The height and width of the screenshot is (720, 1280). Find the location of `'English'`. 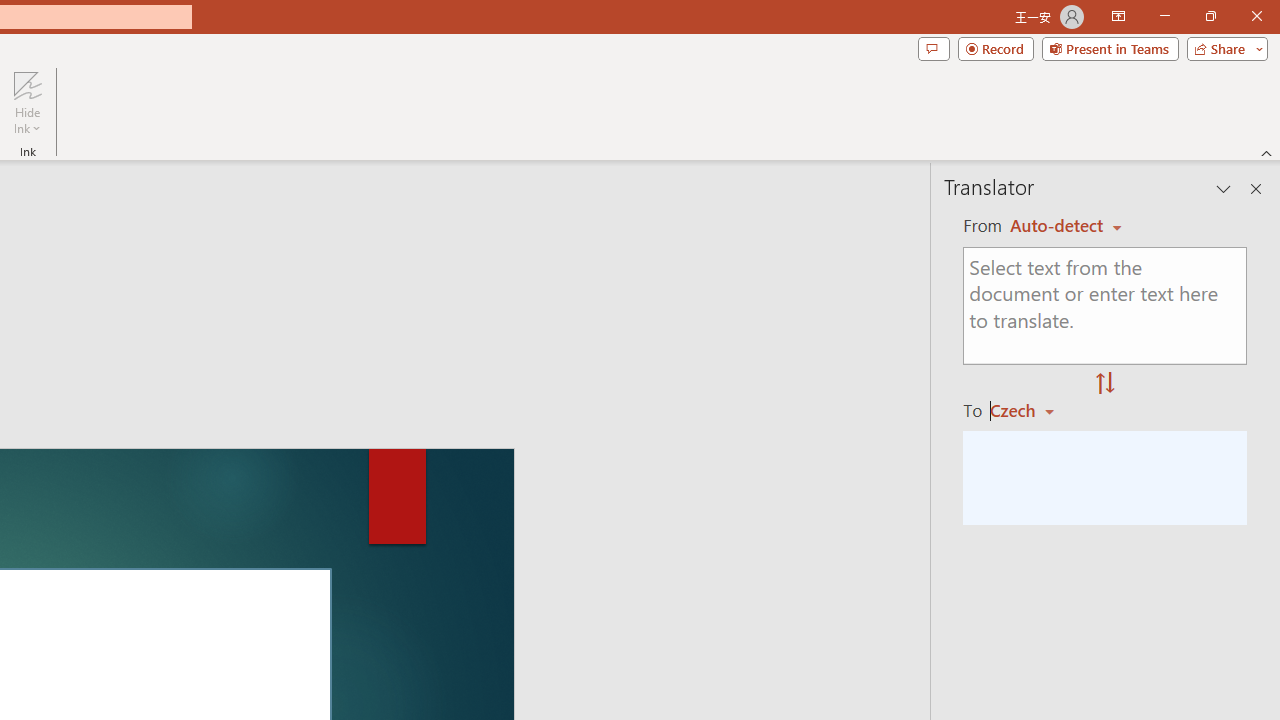

'English' is located at coordinates (1065, 225).